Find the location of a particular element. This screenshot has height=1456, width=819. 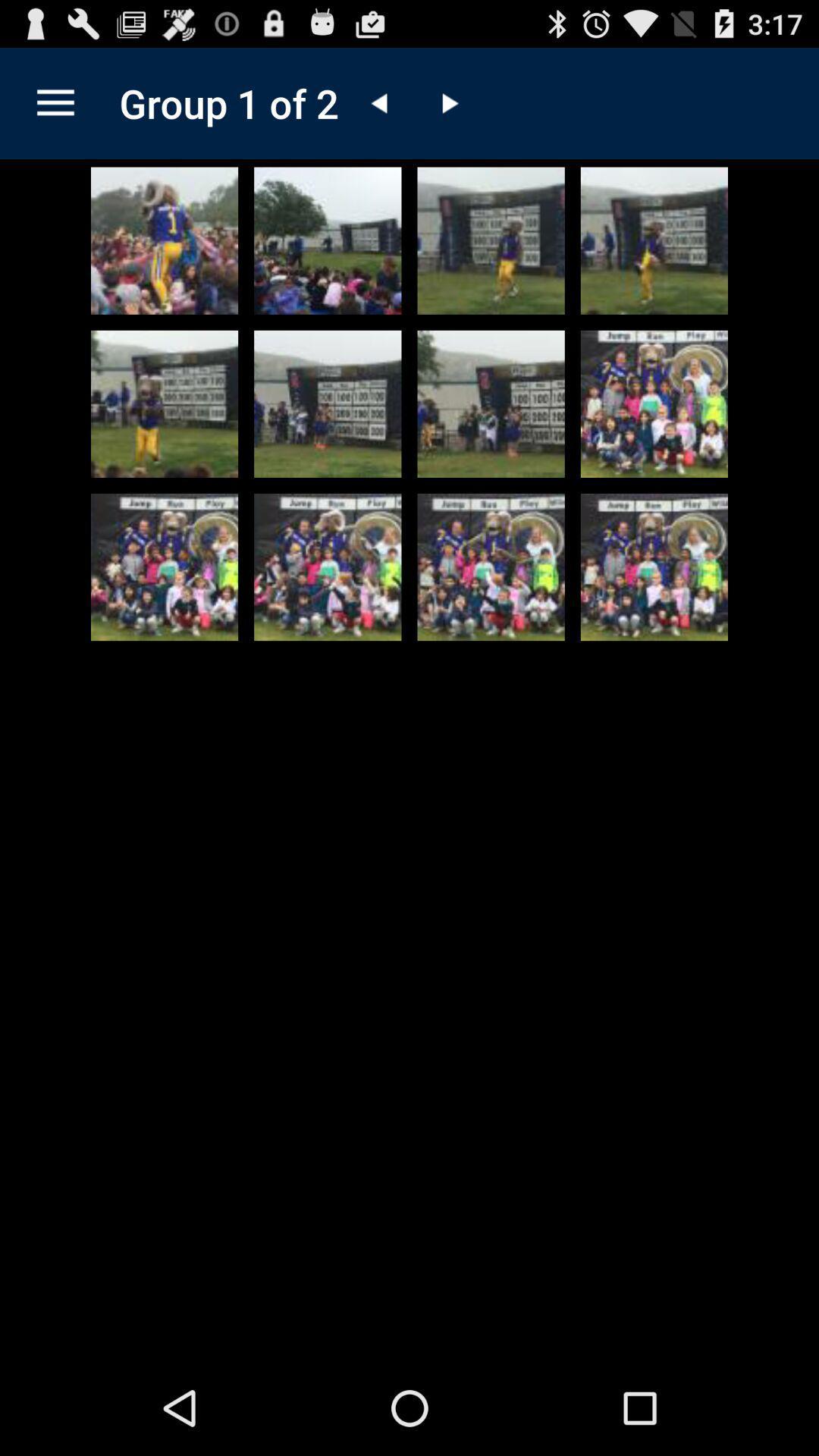

open image is located at coordinates (653, 566).